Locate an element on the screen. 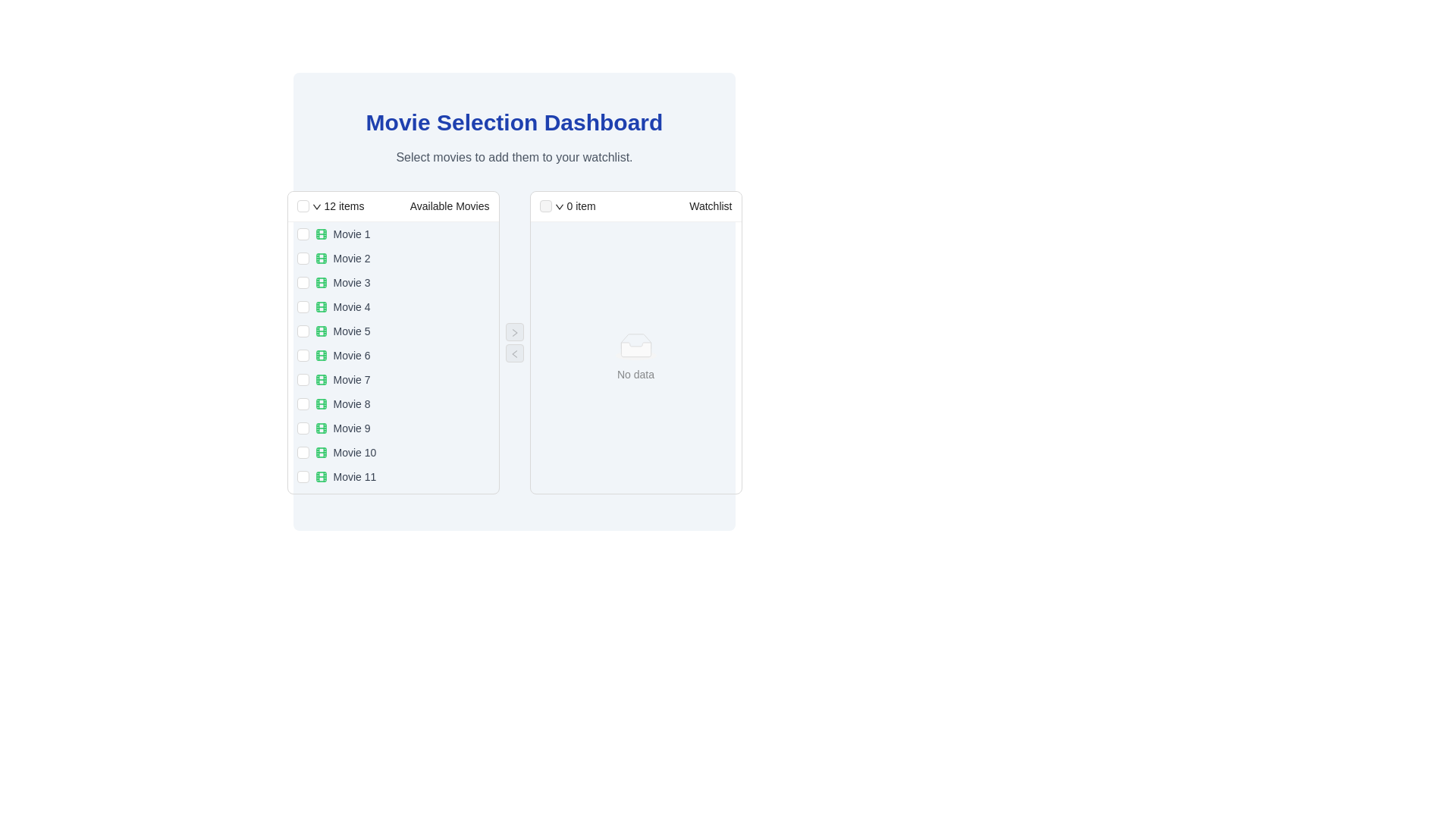 Image resolution: width=1456 pixels, height=819 pixels. the checkbox for 'Movie 2' in the 'Available Movies' list to trigger potential mouseover effects is located at coordinates (303, 257).